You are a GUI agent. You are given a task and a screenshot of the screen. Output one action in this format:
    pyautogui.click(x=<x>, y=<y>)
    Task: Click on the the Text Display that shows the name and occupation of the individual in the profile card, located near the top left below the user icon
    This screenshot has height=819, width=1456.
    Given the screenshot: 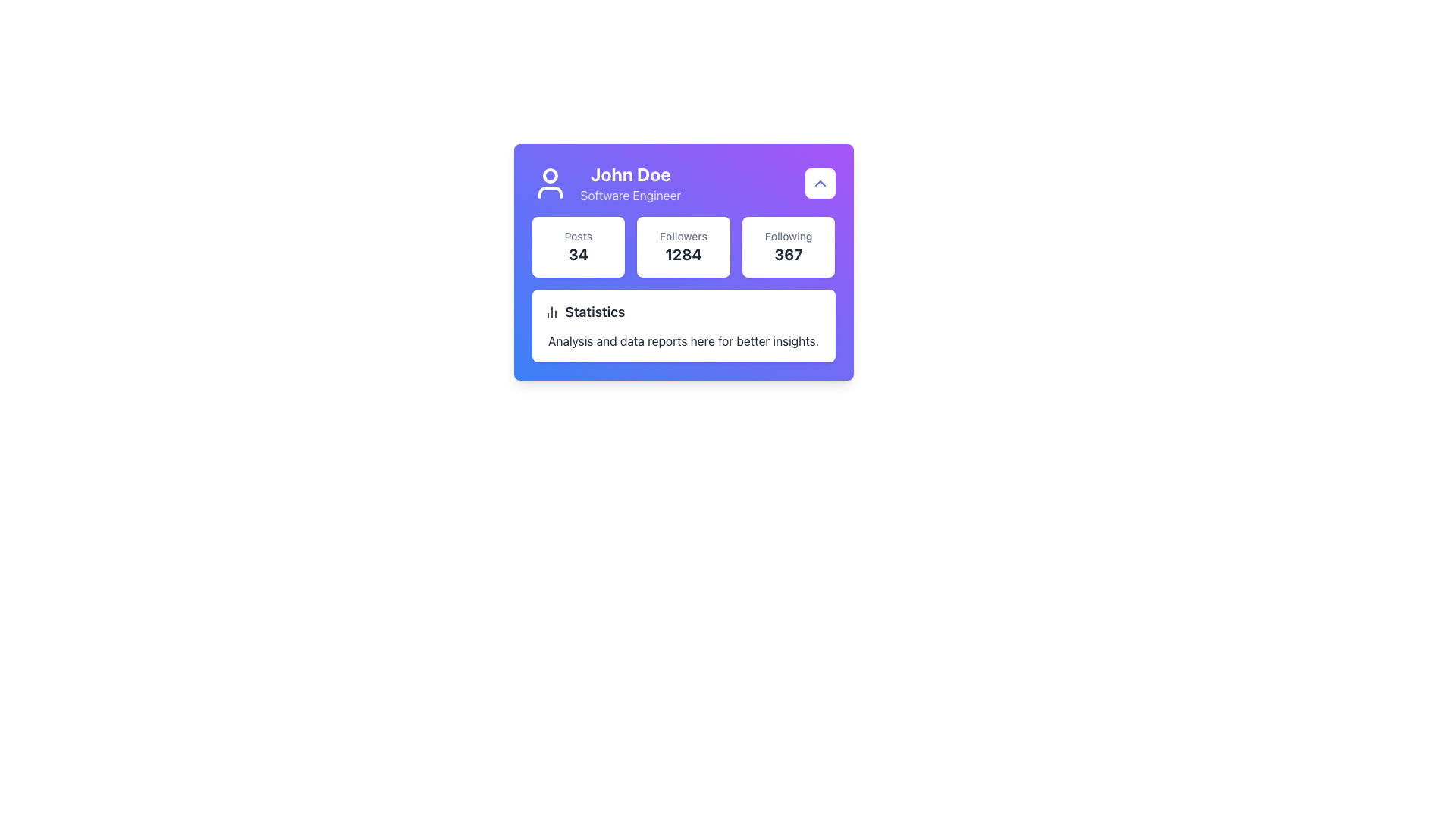 What is the action you would take?
    pyautogui.click(x=630, y=183)
    